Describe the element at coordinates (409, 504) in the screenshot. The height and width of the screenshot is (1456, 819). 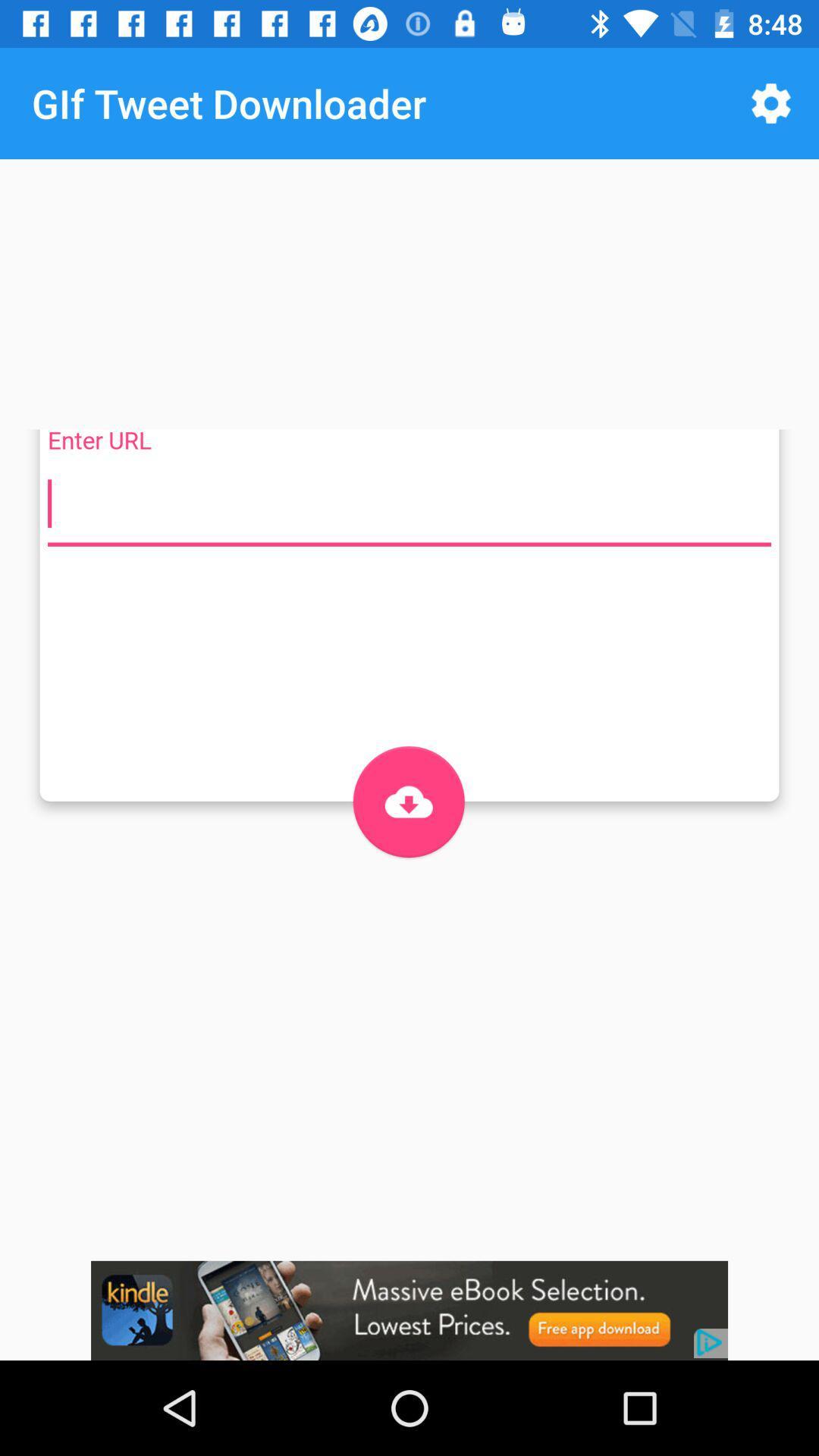
I see `url` at that location.